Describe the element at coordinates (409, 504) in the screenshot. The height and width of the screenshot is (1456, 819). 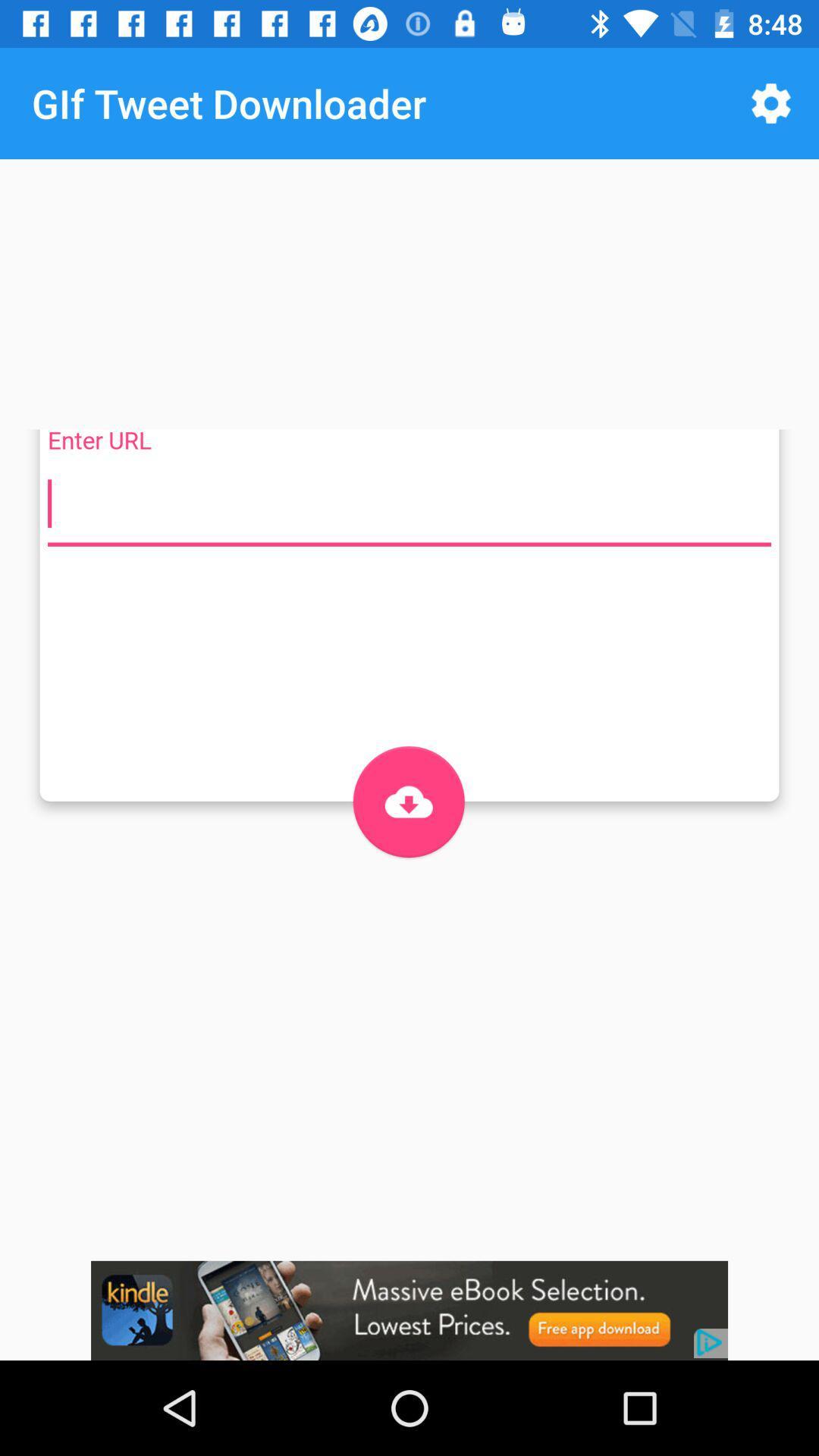
I see `url` at that location.